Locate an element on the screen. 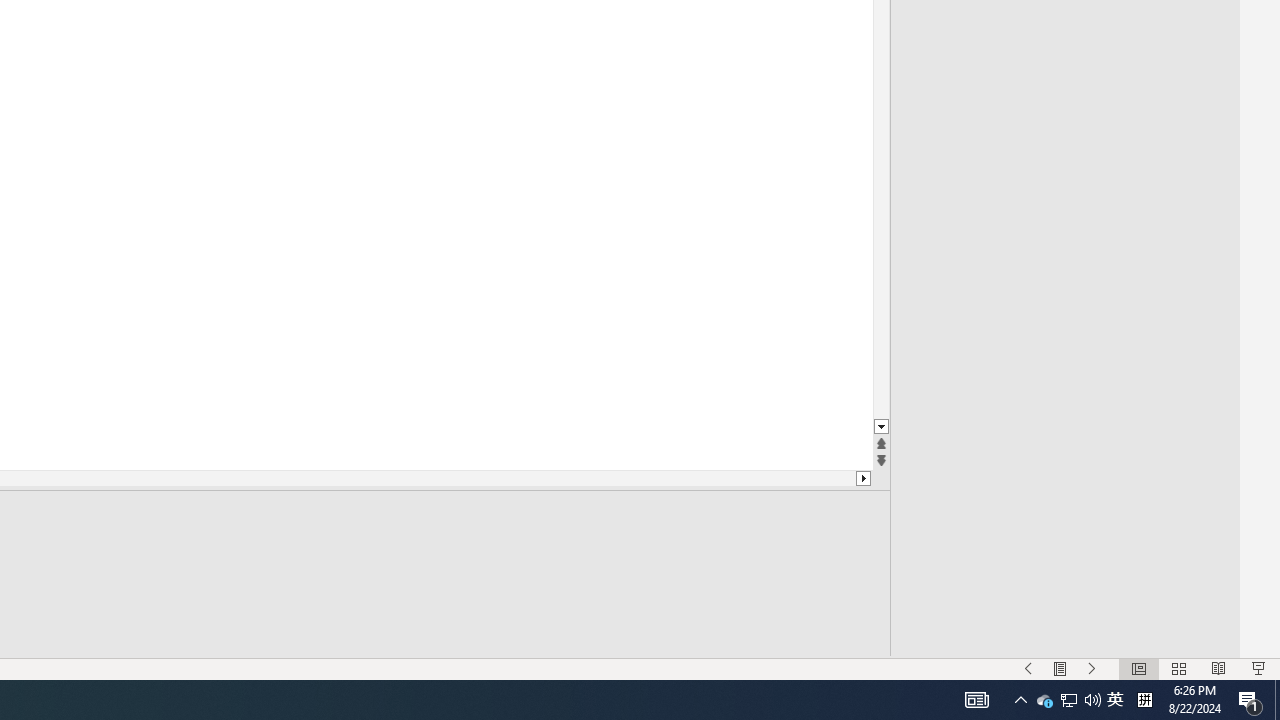 The image size is (1280, 720). 'Slide Show Previous On' is located at coordinates (1028, 669).